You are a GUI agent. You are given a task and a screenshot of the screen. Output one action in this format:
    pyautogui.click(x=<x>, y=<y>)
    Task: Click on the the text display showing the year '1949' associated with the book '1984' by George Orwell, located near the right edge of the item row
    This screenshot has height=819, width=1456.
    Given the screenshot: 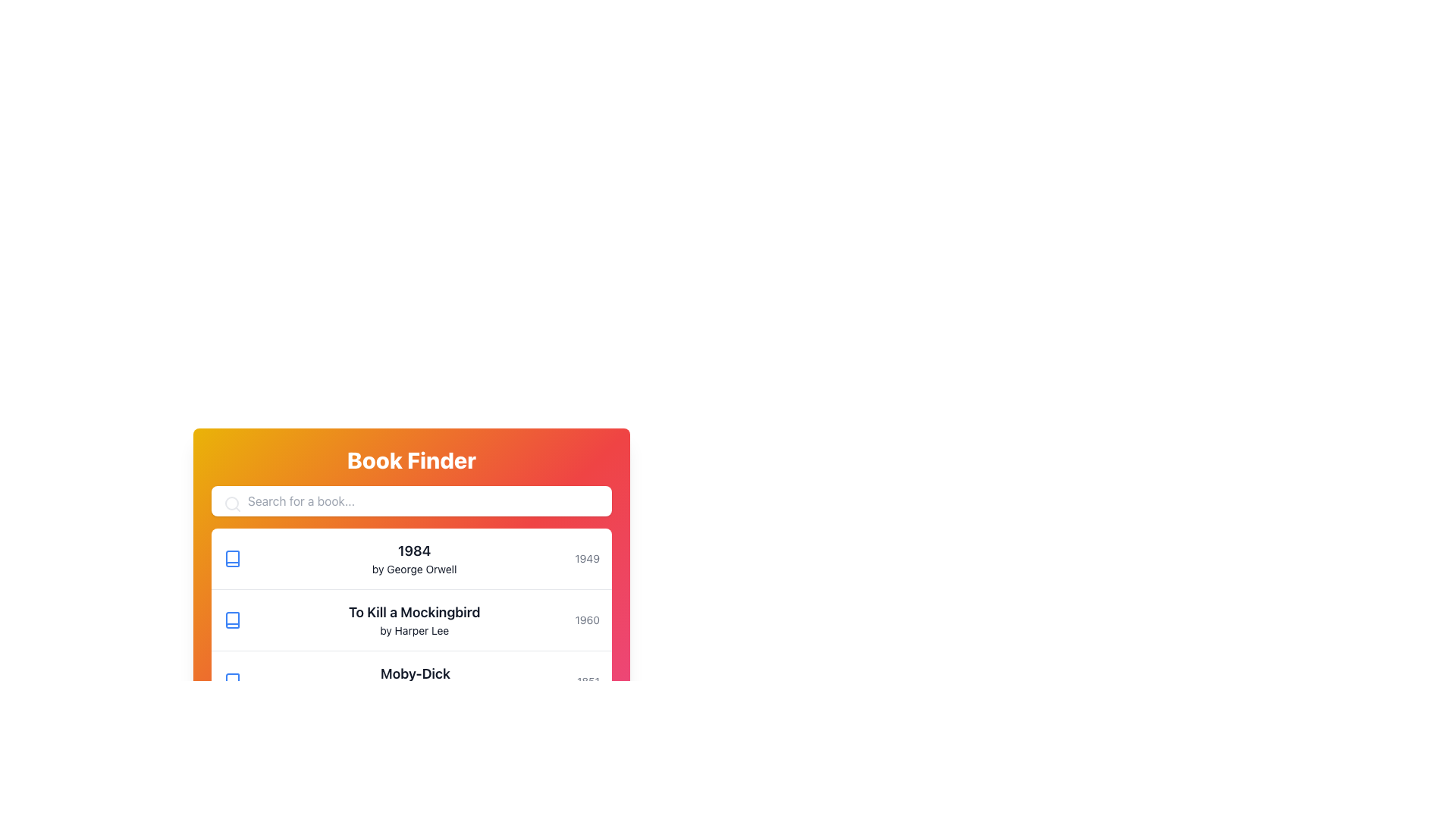 What is the action you would take?
    pyautogui.click(x=586, y=558)
    